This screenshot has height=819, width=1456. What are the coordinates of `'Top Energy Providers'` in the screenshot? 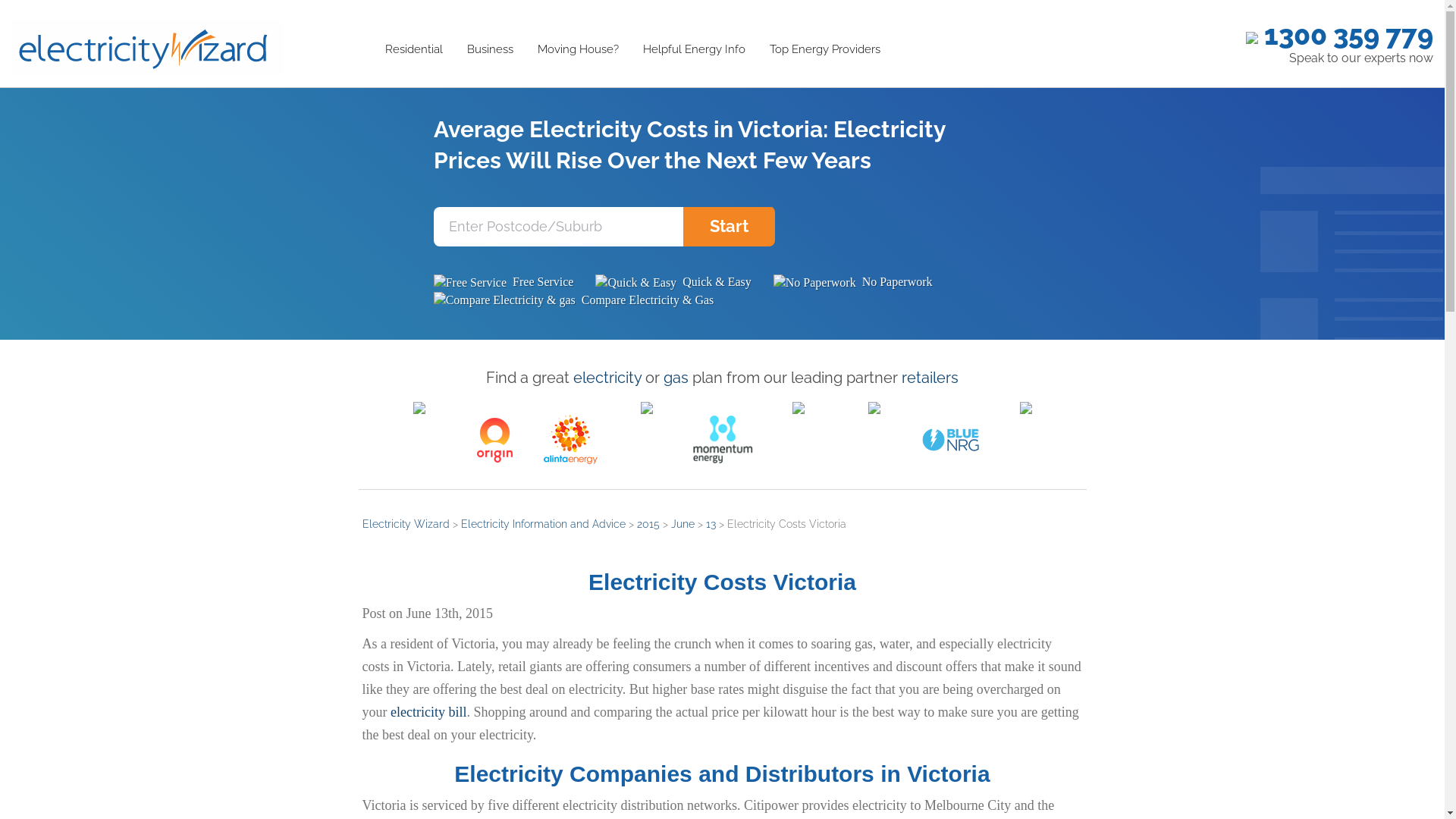 It's located at (824, 49).